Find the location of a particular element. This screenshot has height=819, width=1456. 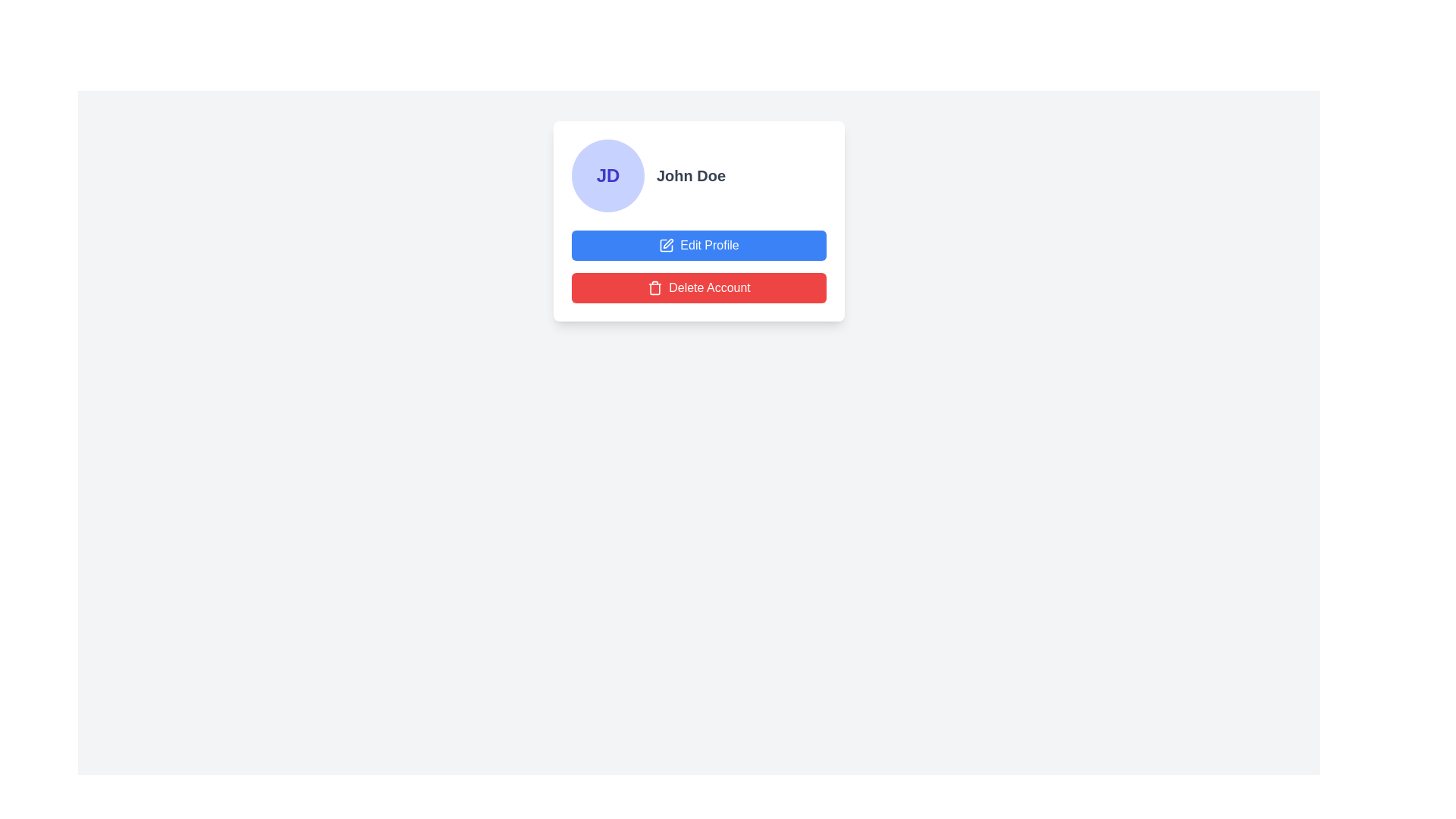

the buttons within the card component that has a white background, shadow effects, and rounded corners, containing the initials 'JD' and the name 'John Doe' is located at coordinates (698, 221).